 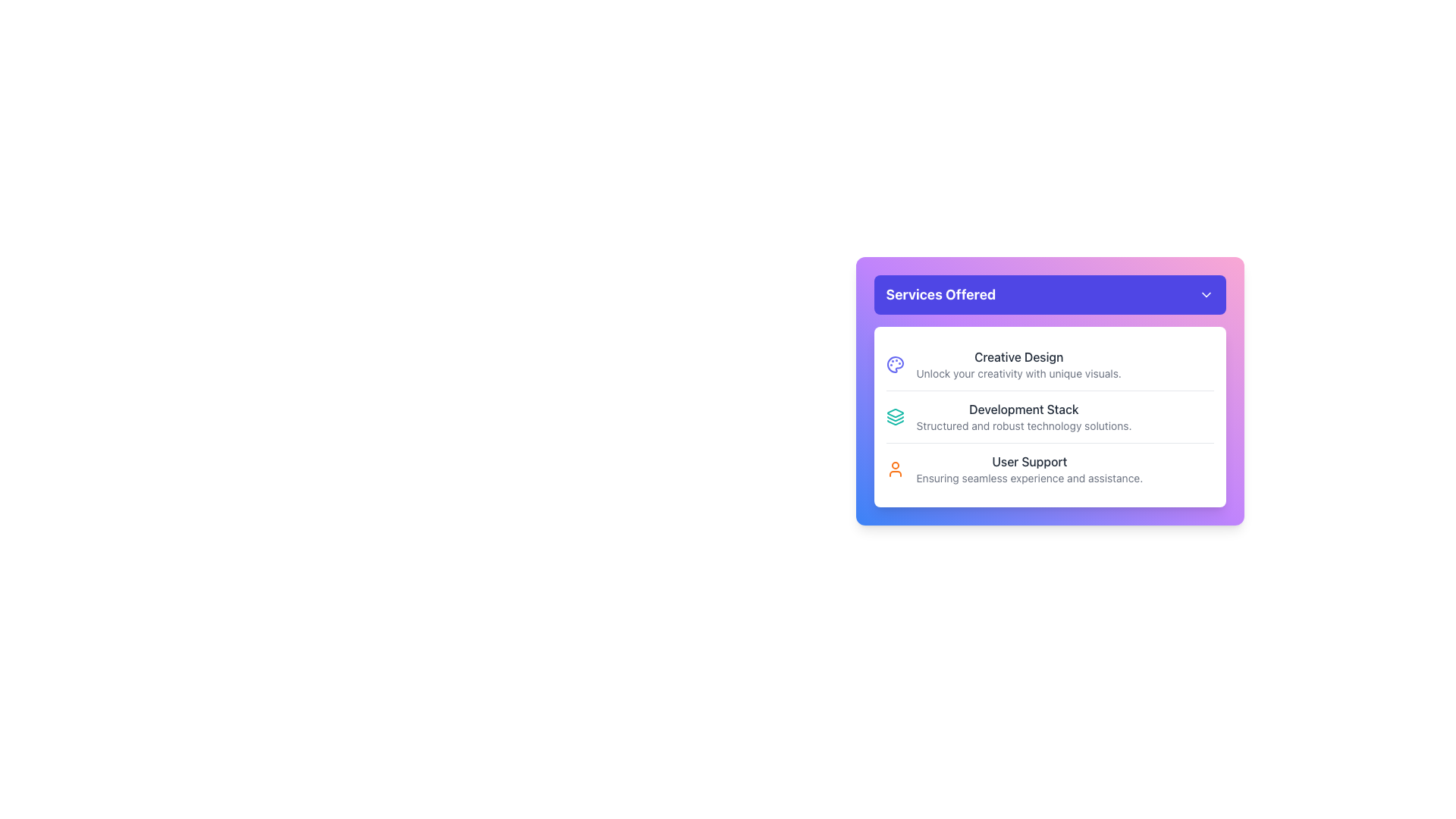 What do you see at coordinates (1049, 416) in the screenshot?
I see `the 'Development Stack' text block with supporting icon to visualize further information` at bounding box center [1049, 416].